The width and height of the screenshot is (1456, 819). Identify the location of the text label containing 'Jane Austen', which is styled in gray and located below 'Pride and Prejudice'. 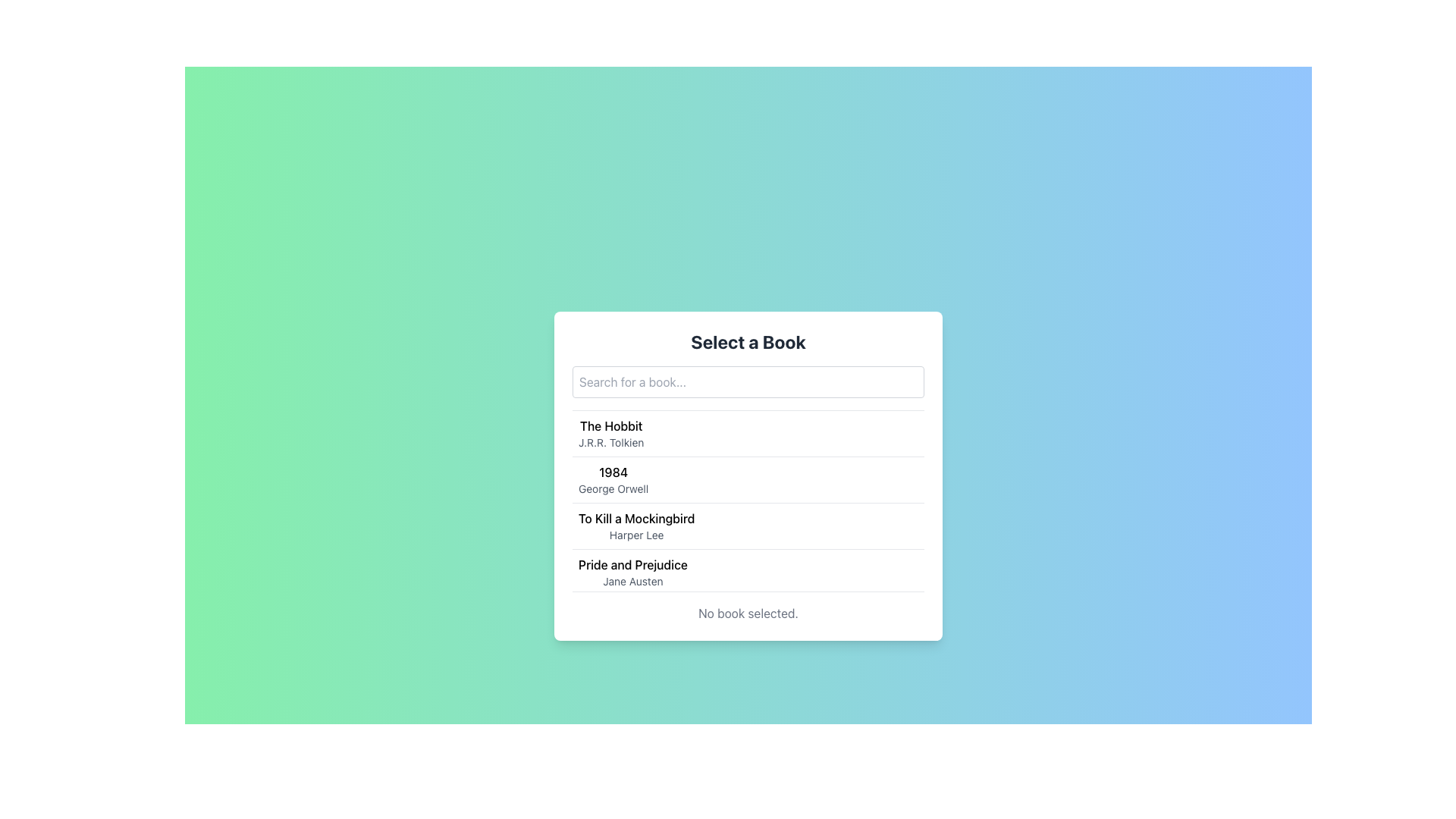
(632, 581).